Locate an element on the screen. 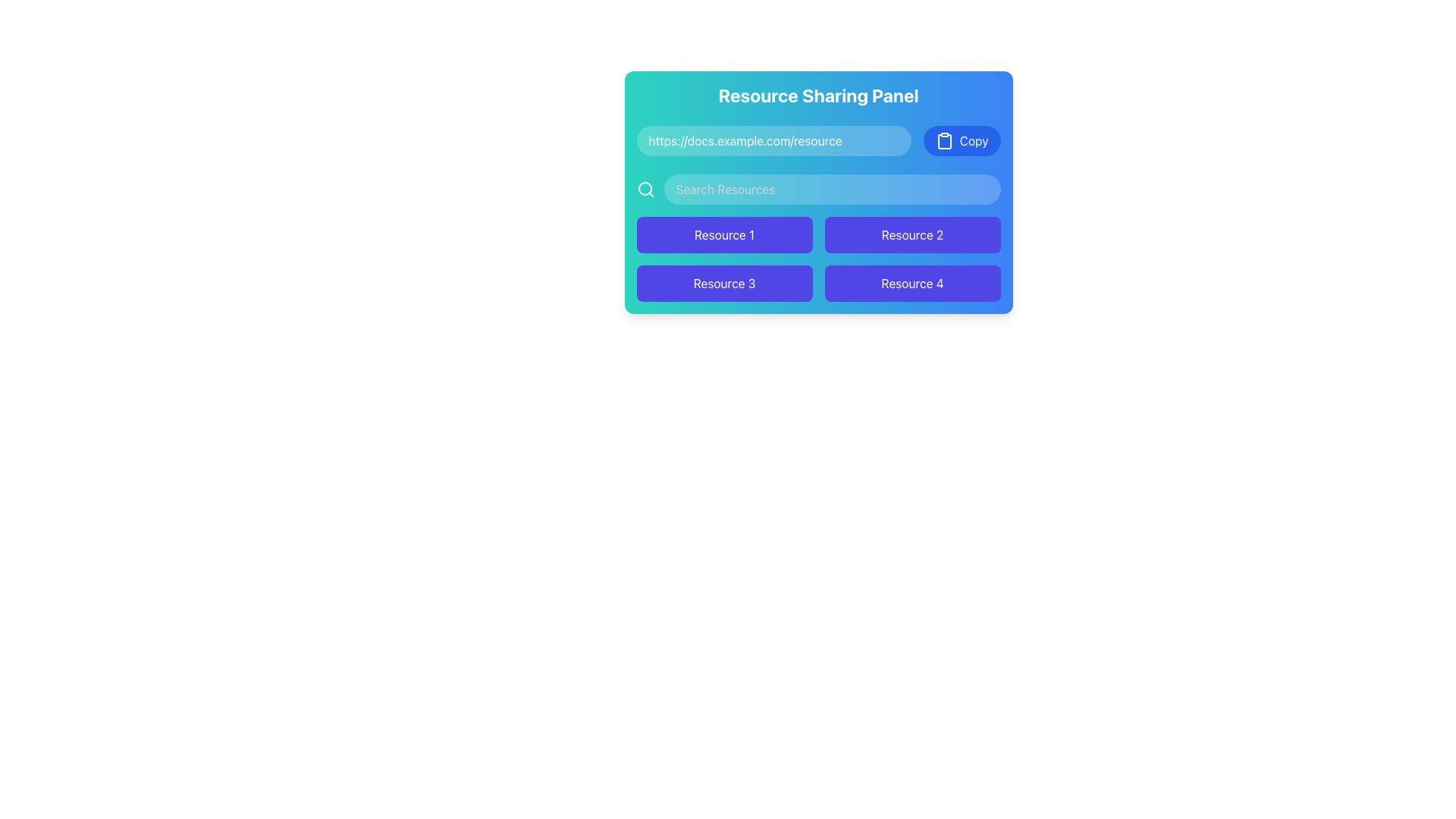 Image resolution: width=1456 pixels, height=819 pixels. the 'Copy' button located in the top-right corner of the Resource Sharing Panel, which contains a blue clipboard icon with a white outline is located at coordinates (943, 141).